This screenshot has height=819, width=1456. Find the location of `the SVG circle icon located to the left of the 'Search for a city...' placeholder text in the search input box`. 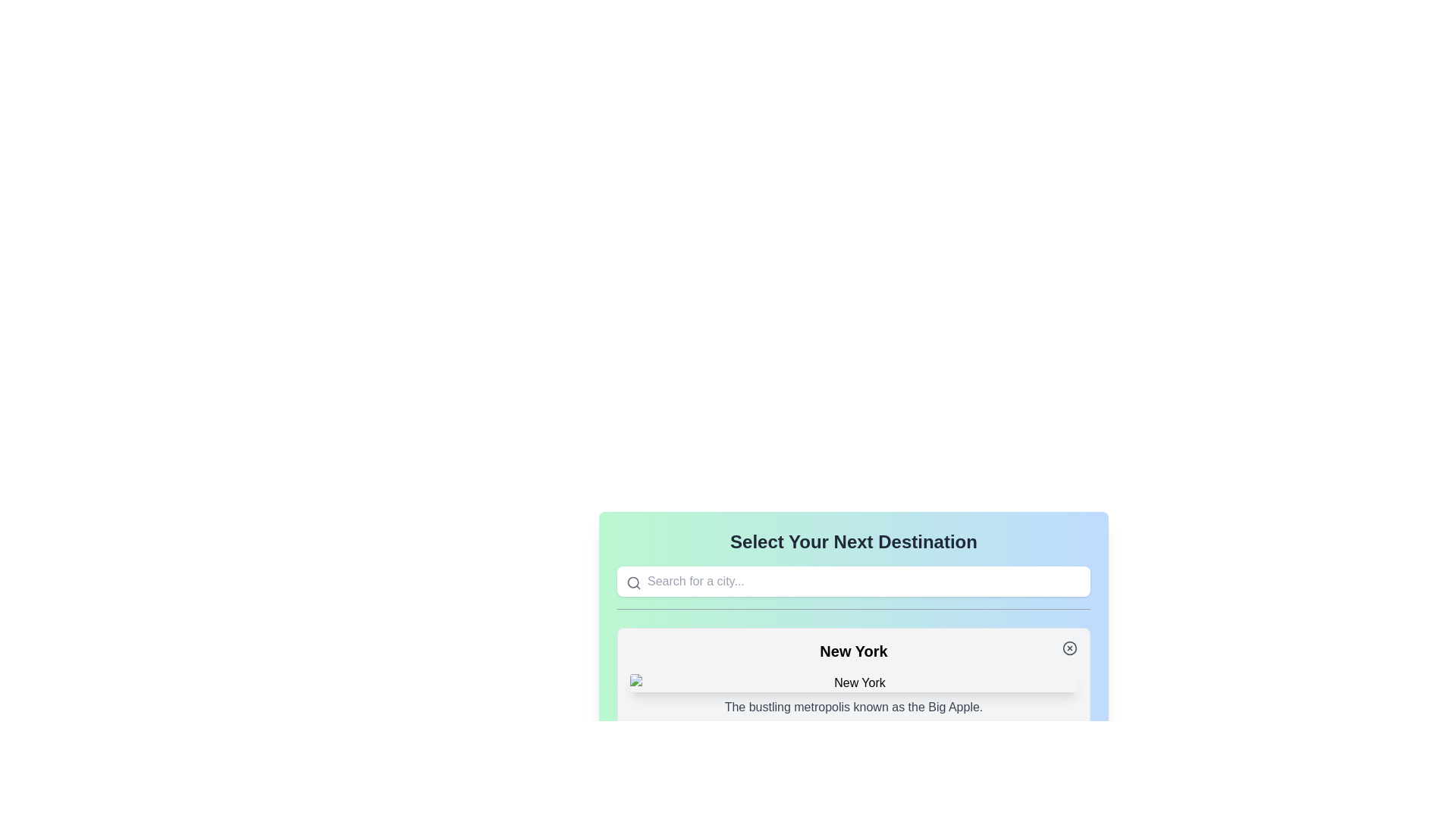

the SVG circle icon located to the left of the 'Search for a city...' placeholder text in the search input box is located at coordinates (633, 582).